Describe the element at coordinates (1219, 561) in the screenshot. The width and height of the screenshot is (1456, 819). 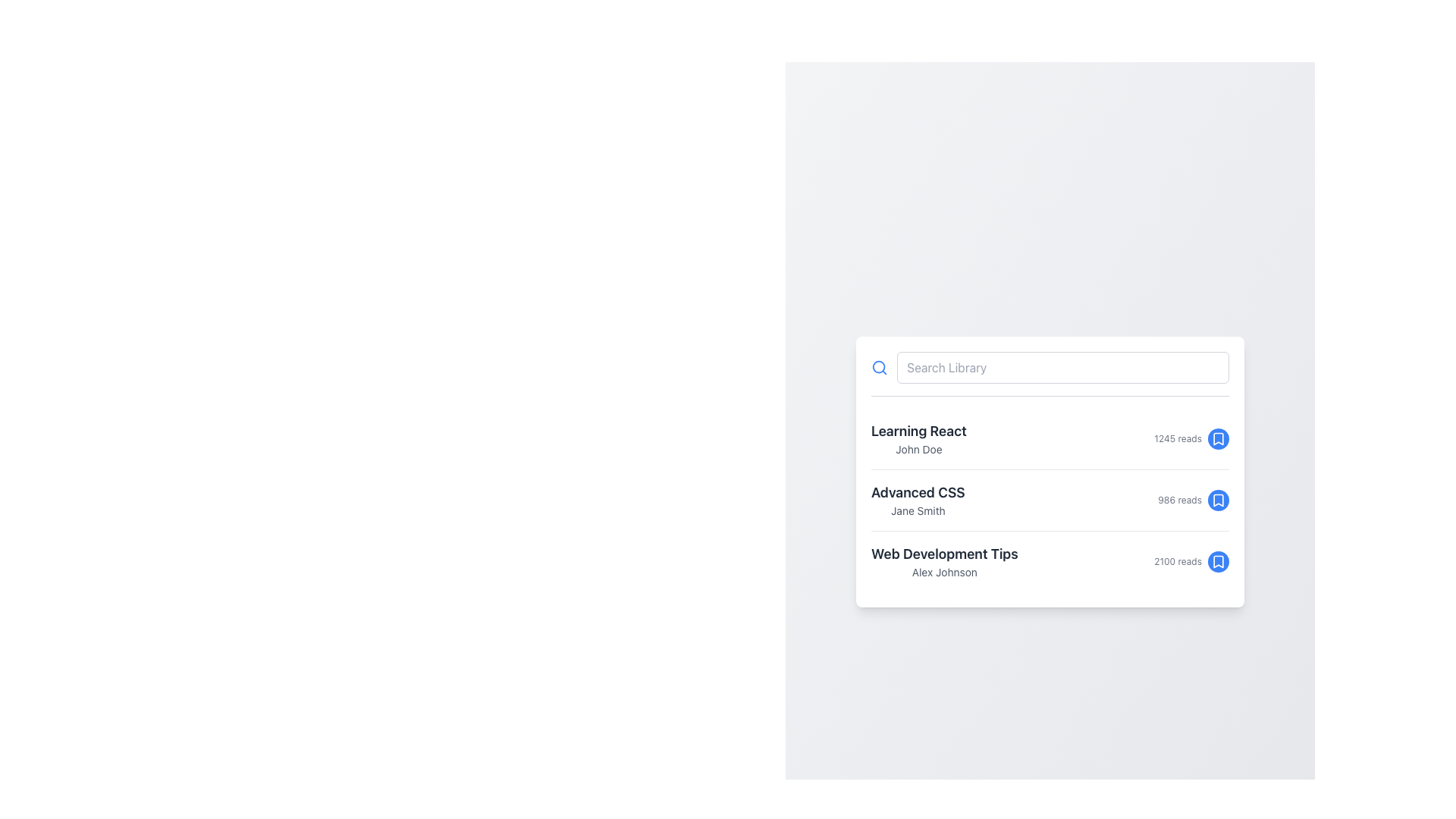
I see `the bookmark icon, which is styled with a blue circular background and a white folded corner flag, located on the rightmost part of the third list item in a vertical list of articles` at that location.